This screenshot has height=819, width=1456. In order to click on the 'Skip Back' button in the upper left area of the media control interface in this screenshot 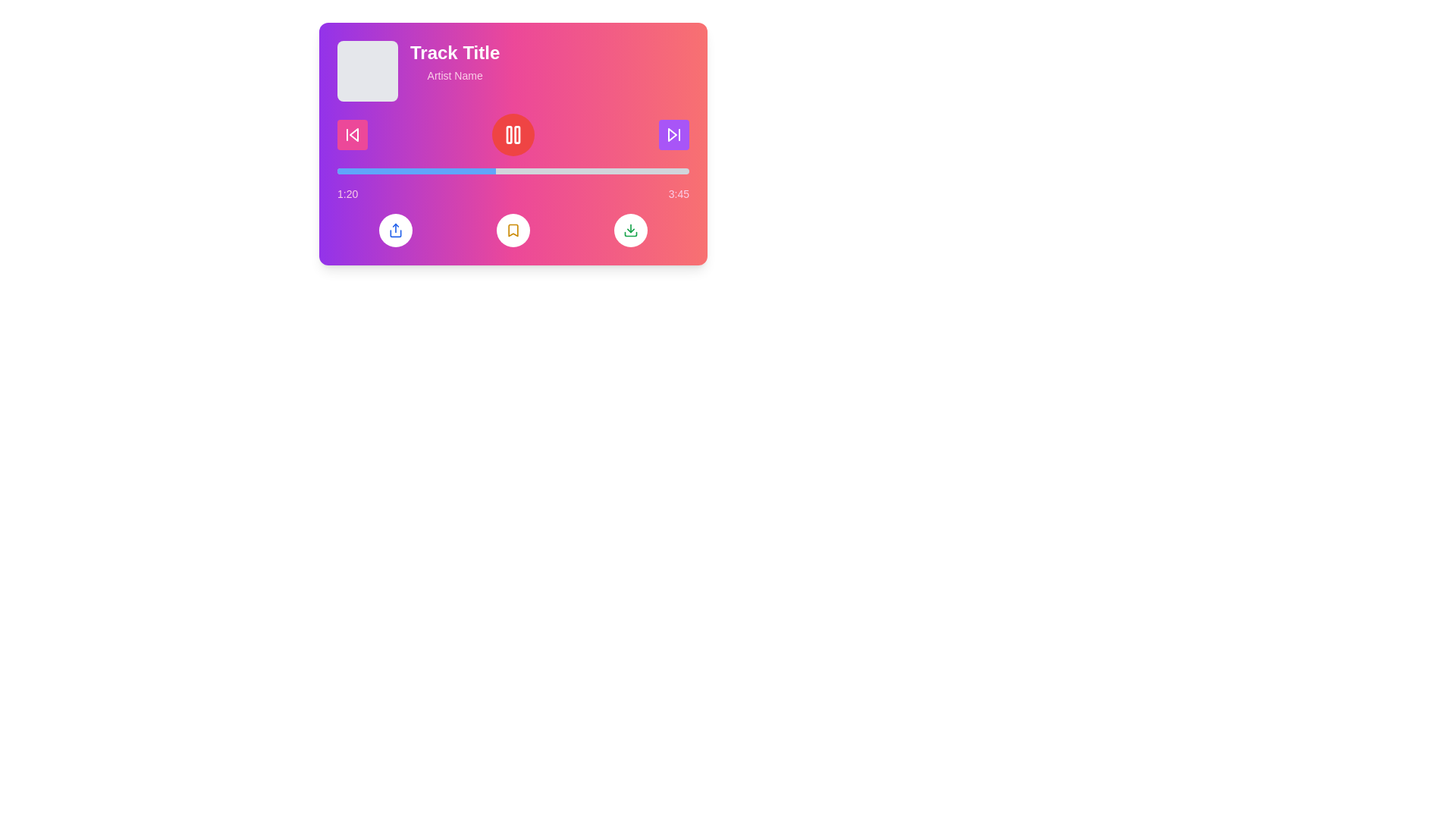, I will do `click(352, 133)`.